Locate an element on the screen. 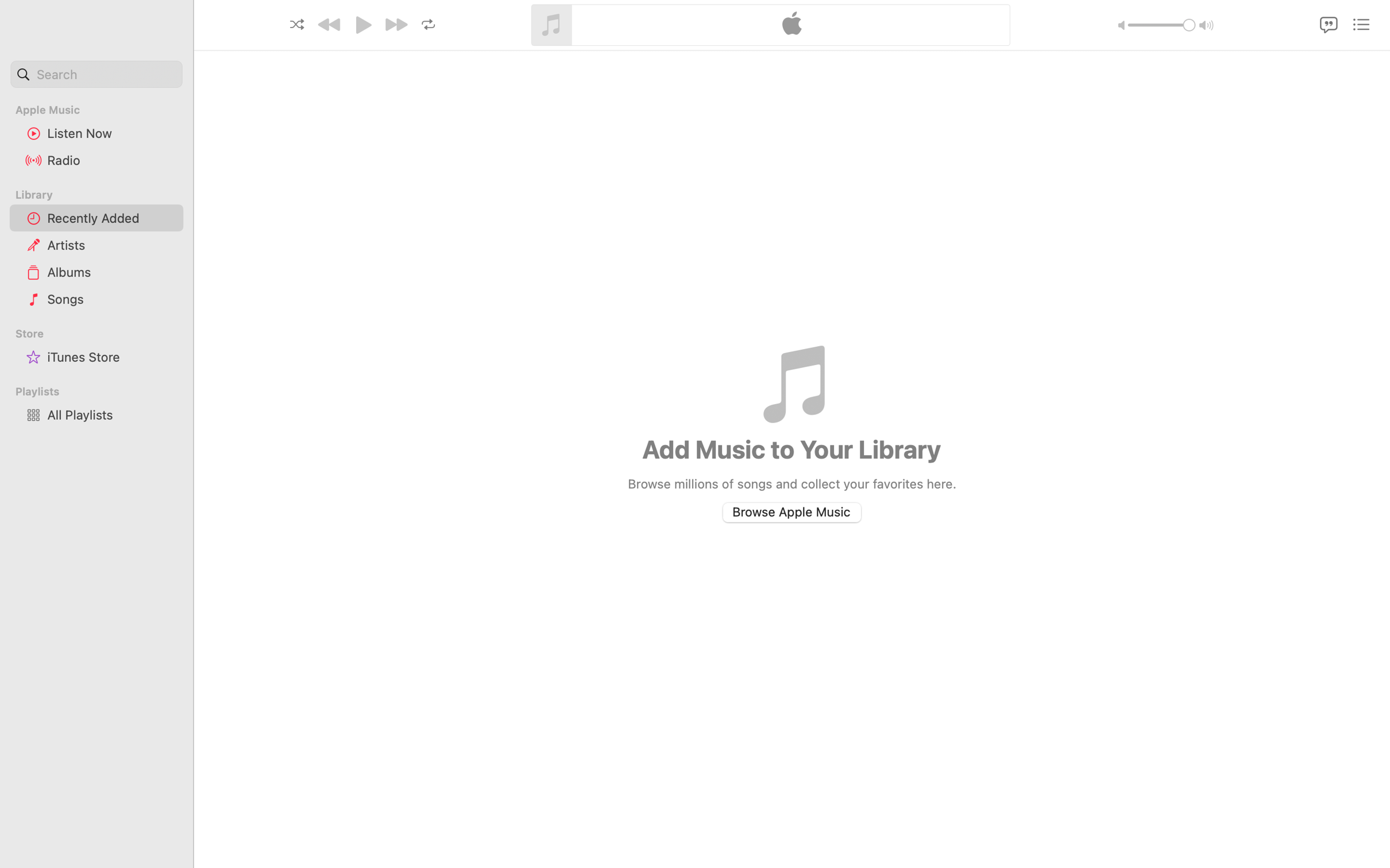 Image resolution: width=1390 pixels, height=868 pixels. 'Albums' is located at coordinates (110, 272).